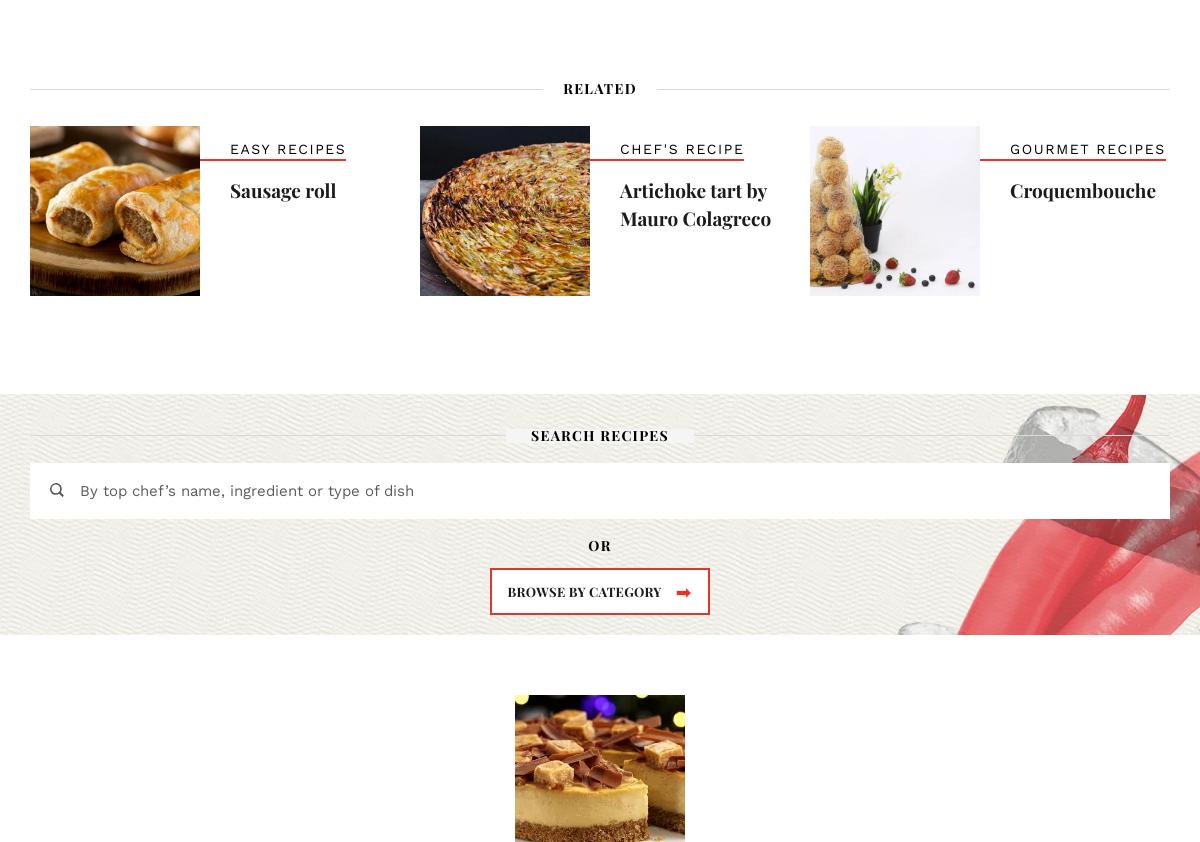  What do you see at coordinates (1086, 148) in the screenshot?
I see `'Gourmet Recipes'` at bounding box center [1086, 148].